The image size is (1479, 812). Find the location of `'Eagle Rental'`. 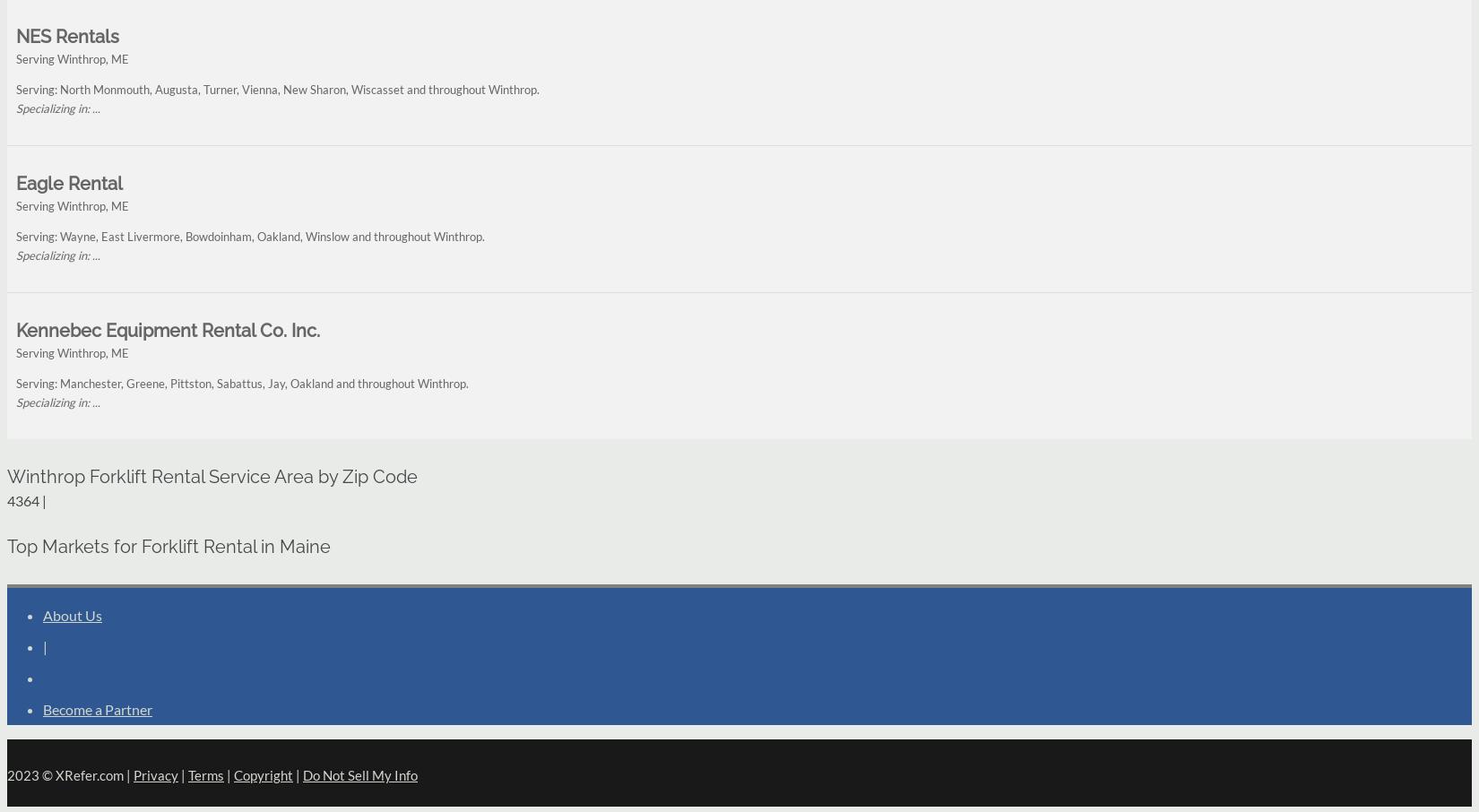

'Eagle Rental' is located at coordinates (69, 183).